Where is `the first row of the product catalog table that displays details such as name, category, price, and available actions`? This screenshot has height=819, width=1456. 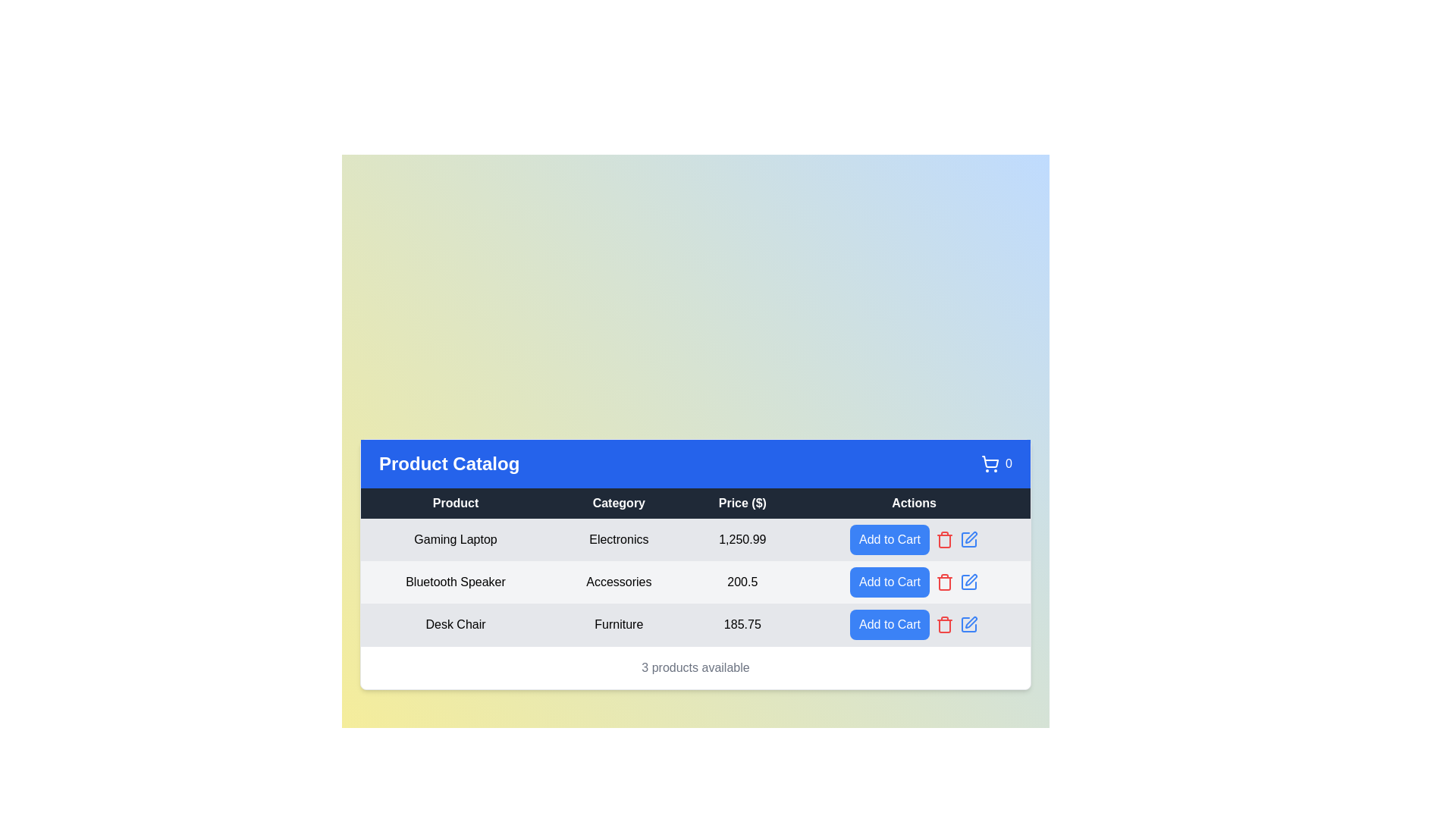
the first row of the product catalog table that displays details such as name, category, price, and available actions is located at coordinates (695, 538).